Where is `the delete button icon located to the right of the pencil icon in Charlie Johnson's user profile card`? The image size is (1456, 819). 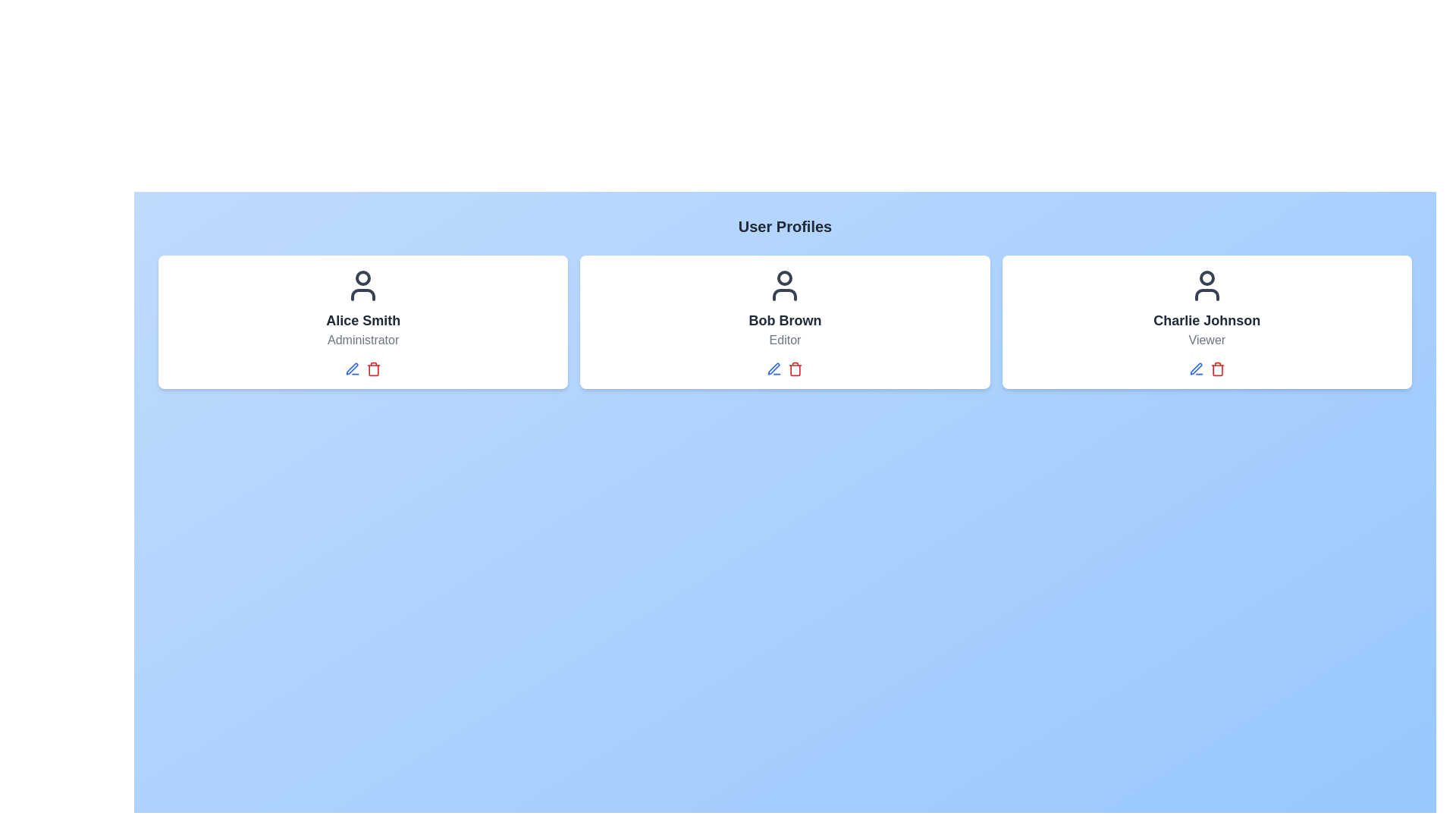
the delete button icon located to the right of the pencil icon in Charlie Johnson's user profile card is located at coordinates (1217, 369).